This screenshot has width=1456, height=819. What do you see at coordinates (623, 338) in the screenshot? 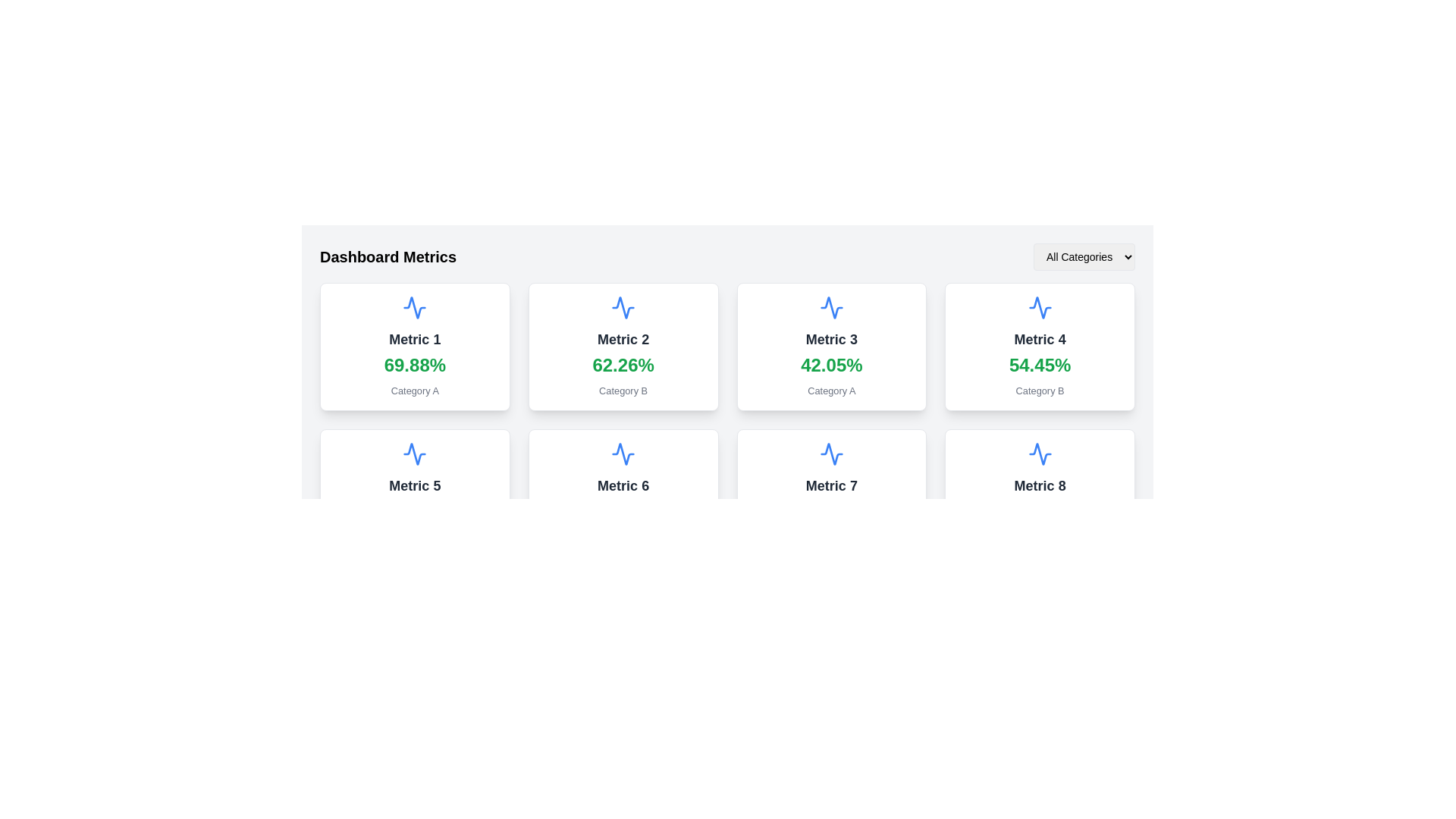
I see `text content of the title label located in the upper text region of the second card in the metrics grid, which is above the percentage value '62.26%'` at bounding box center [623, 338].